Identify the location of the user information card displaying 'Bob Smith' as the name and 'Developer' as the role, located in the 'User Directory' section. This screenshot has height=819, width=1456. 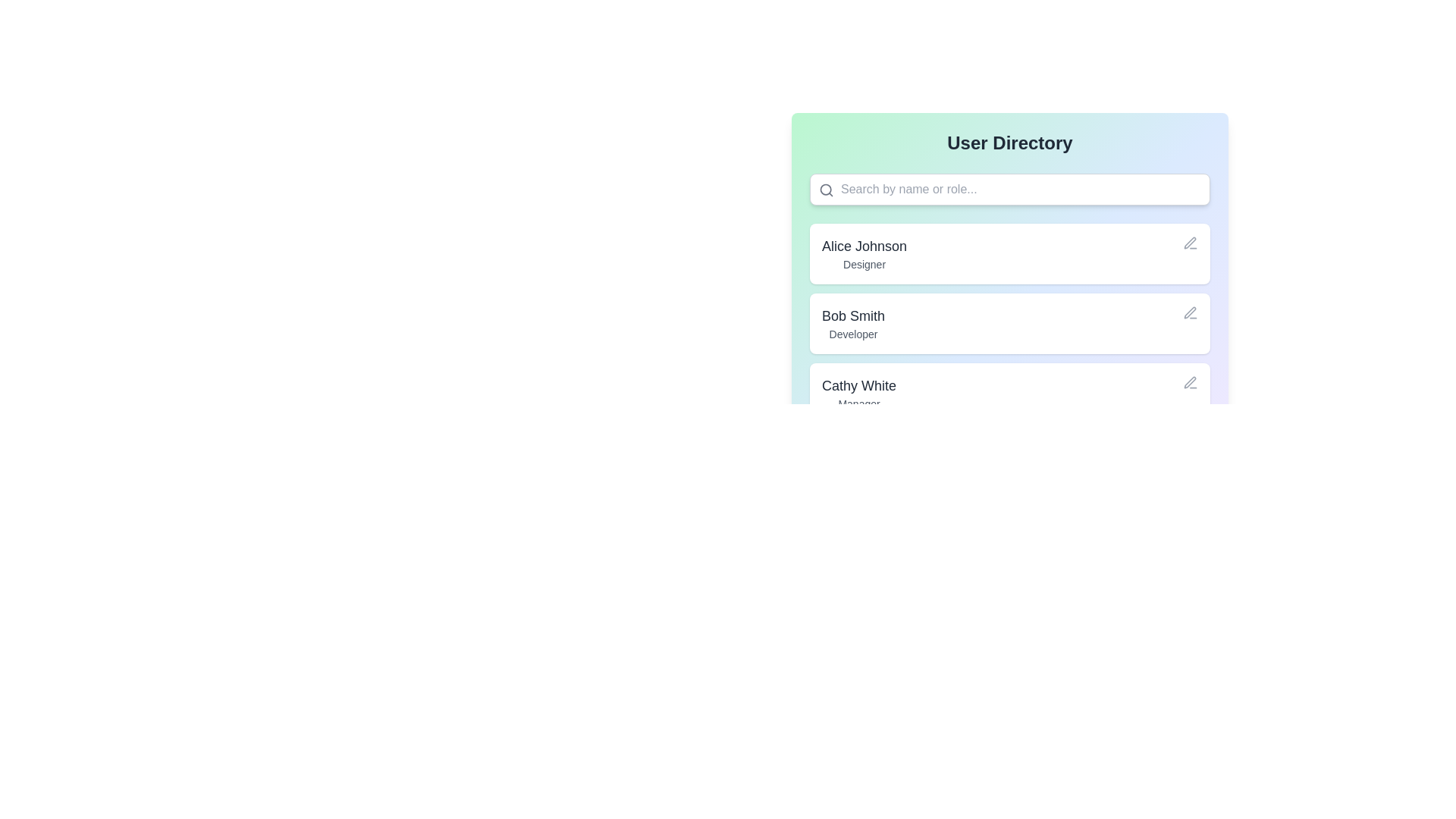
(1009, 323).